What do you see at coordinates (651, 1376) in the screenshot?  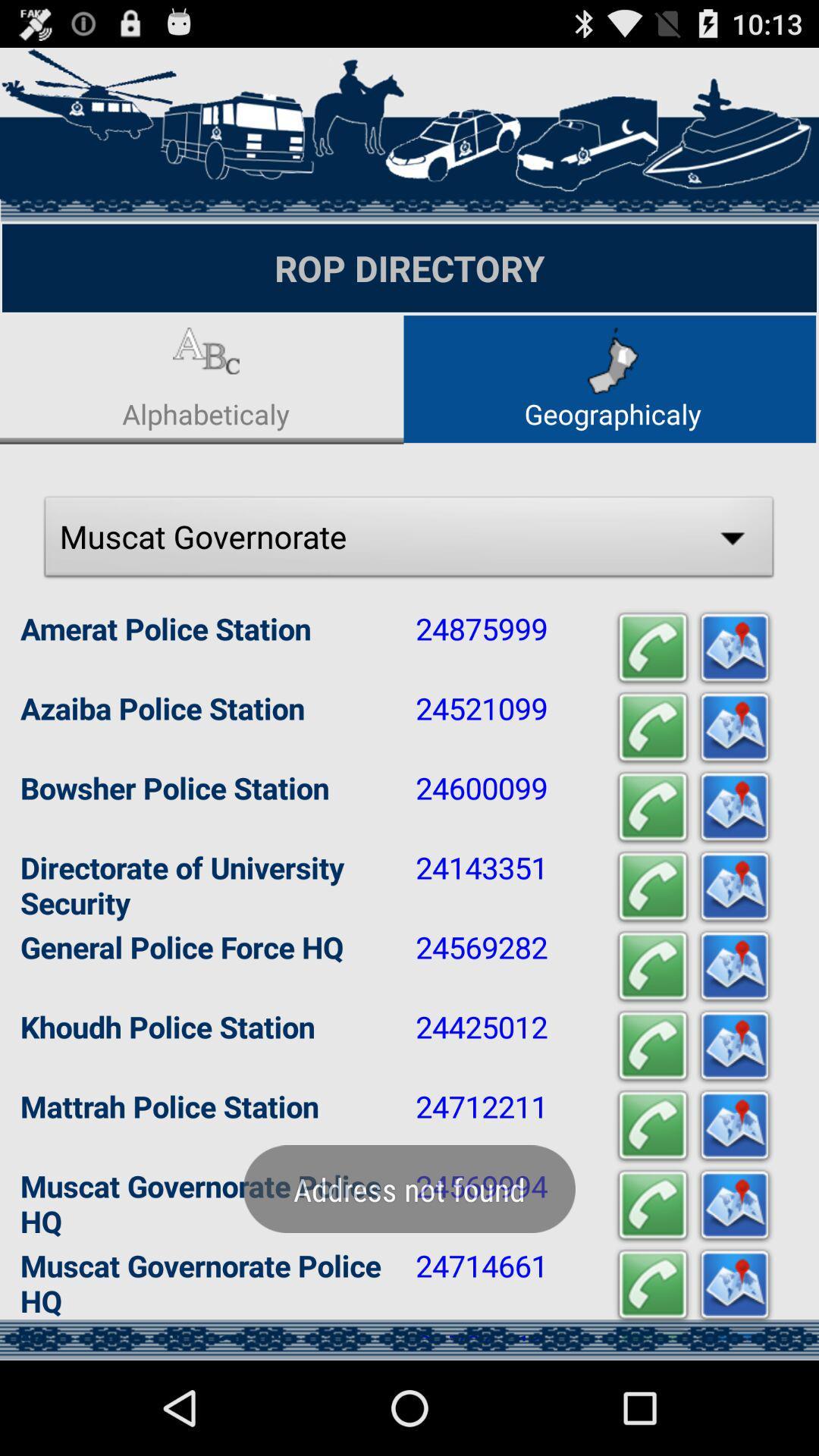 I see `the call icon` at bounding box center [651, 1376].